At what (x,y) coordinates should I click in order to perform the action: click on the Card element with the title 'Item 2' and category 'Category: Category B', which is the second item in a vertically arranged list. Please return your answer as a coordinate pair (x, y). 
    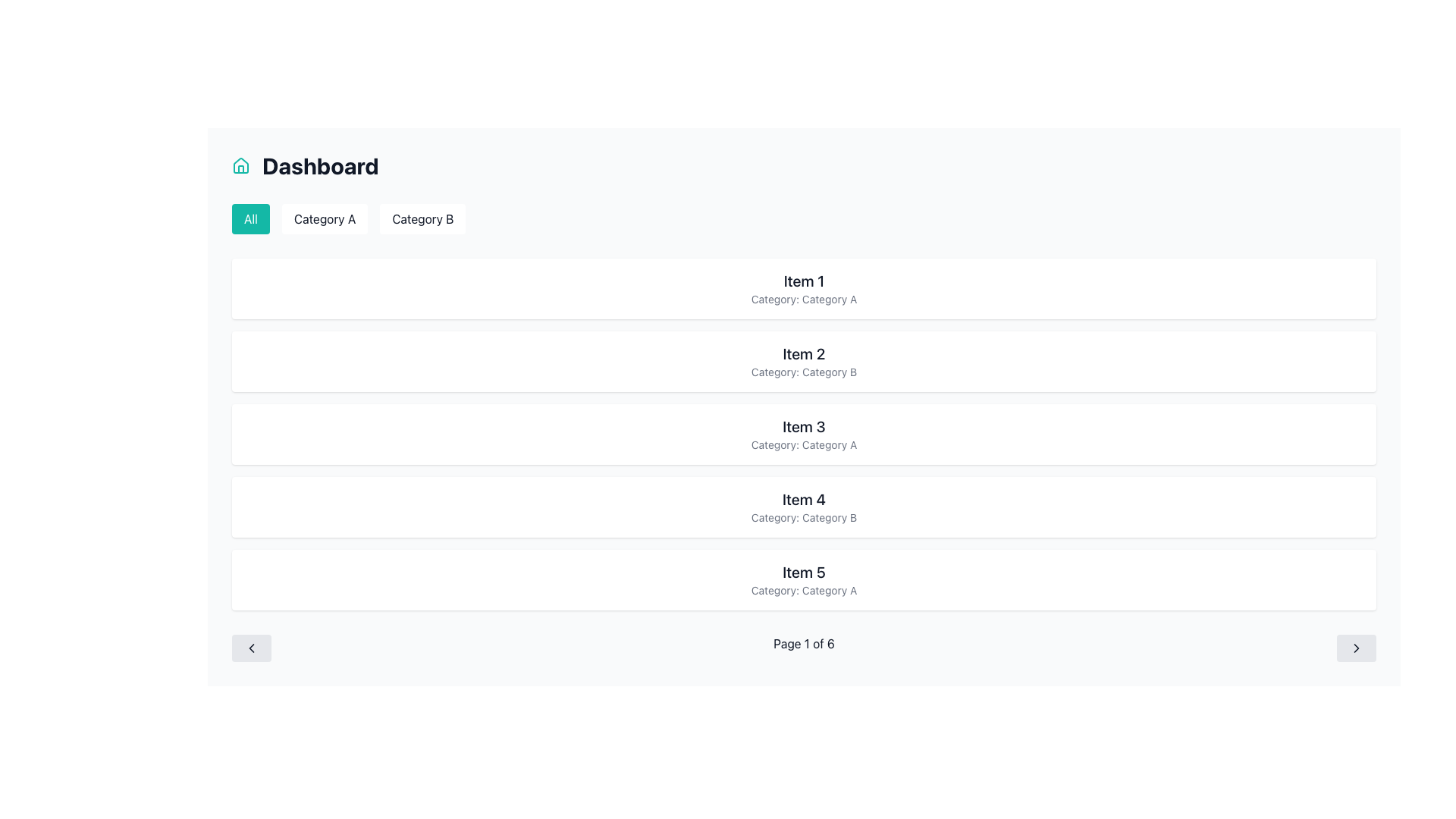
    Looking at the image, I should click on (803, 362).